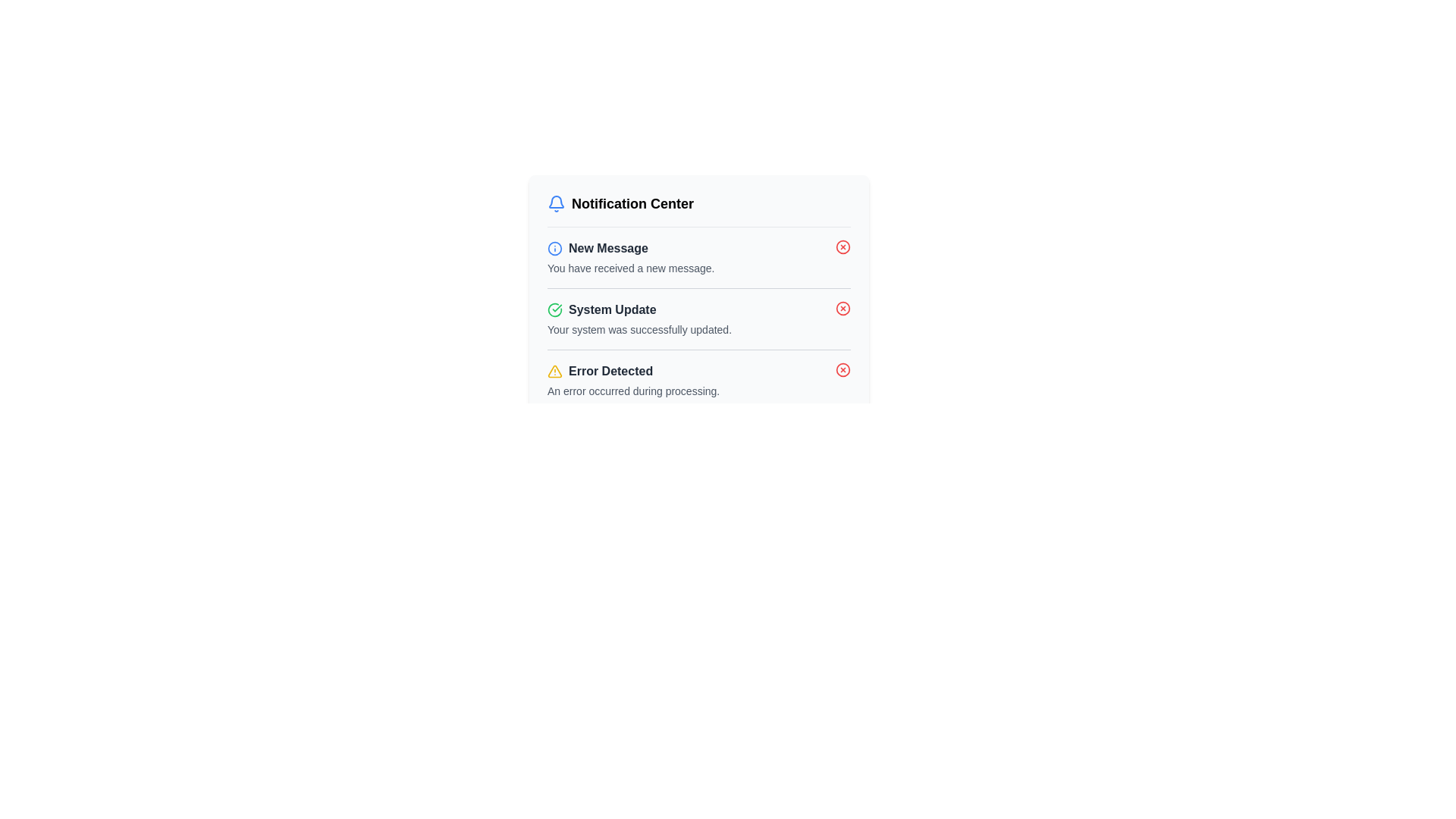 This screenshot has width=1456, height=819. I want to click on the status message text label indicating that the system update has been completed successfully, which is located below the 'System Update' title in the notification panel, so click(639, 329).